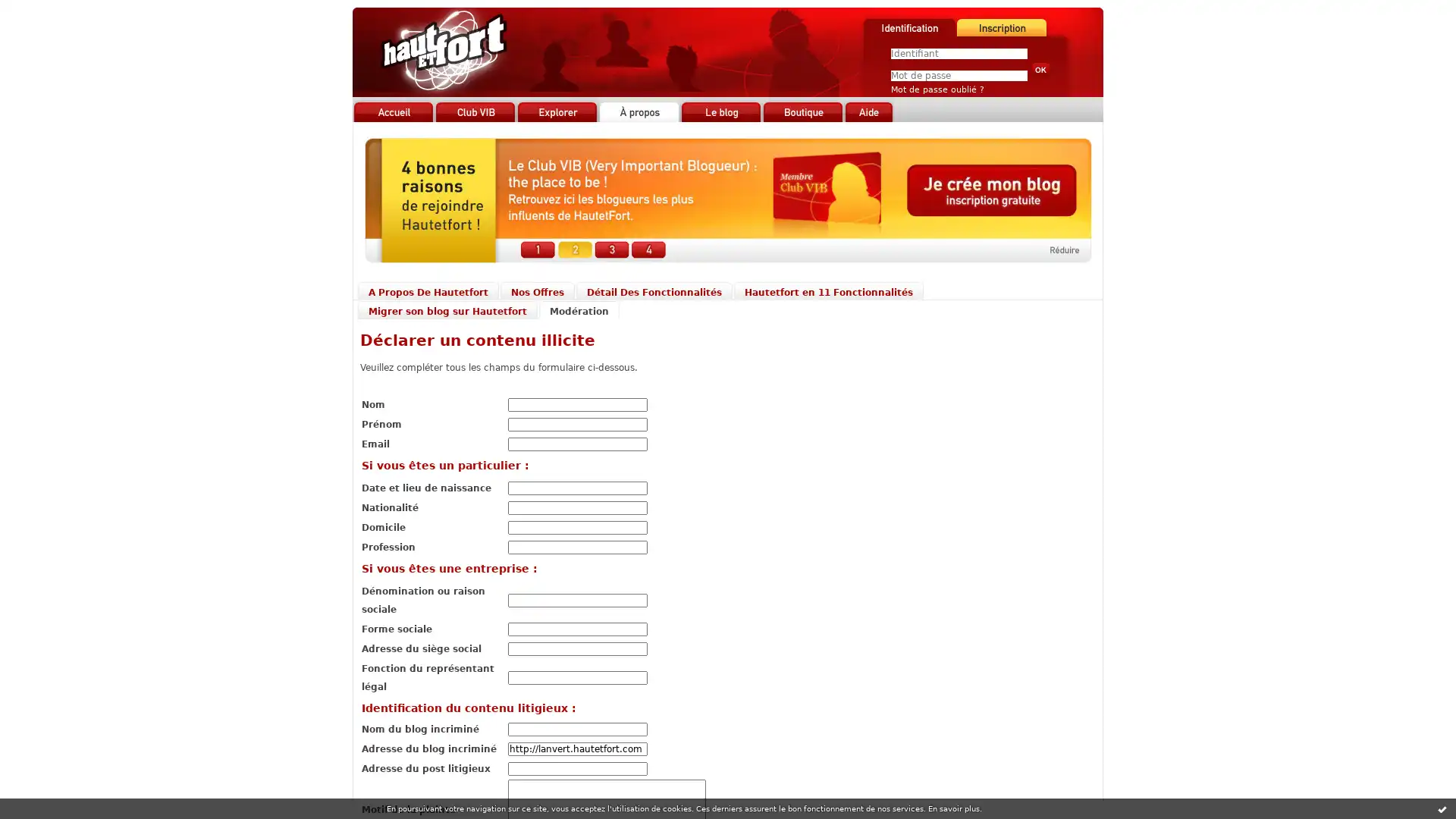 This screenshot has width=1456, height=819. Describe the element at coordinates (1040, 70) in the screenshot. I see `Valider` at that location.